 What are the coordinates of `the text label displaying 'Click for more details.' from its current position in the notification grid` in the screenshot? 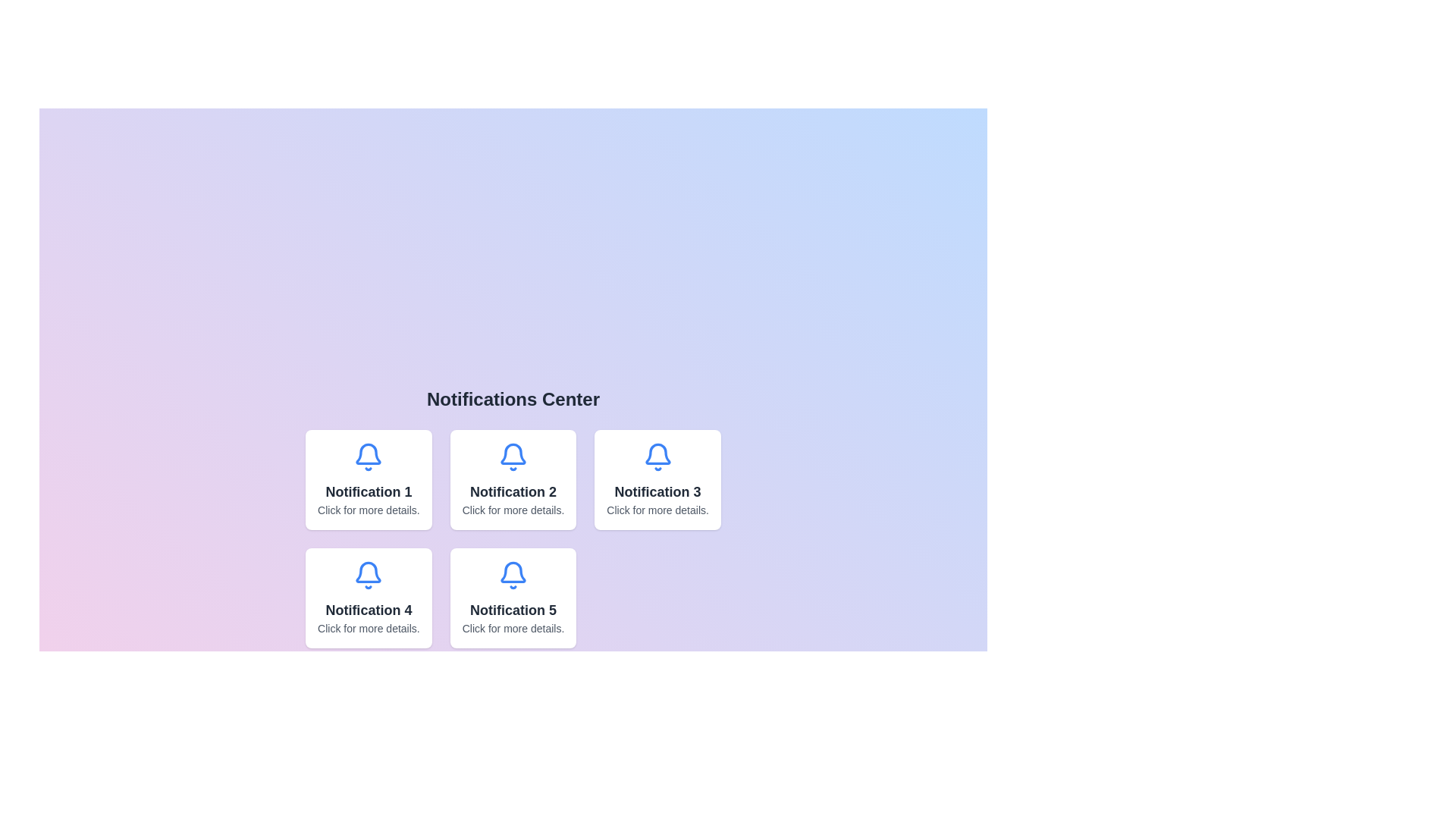 It's located at (369, 629).